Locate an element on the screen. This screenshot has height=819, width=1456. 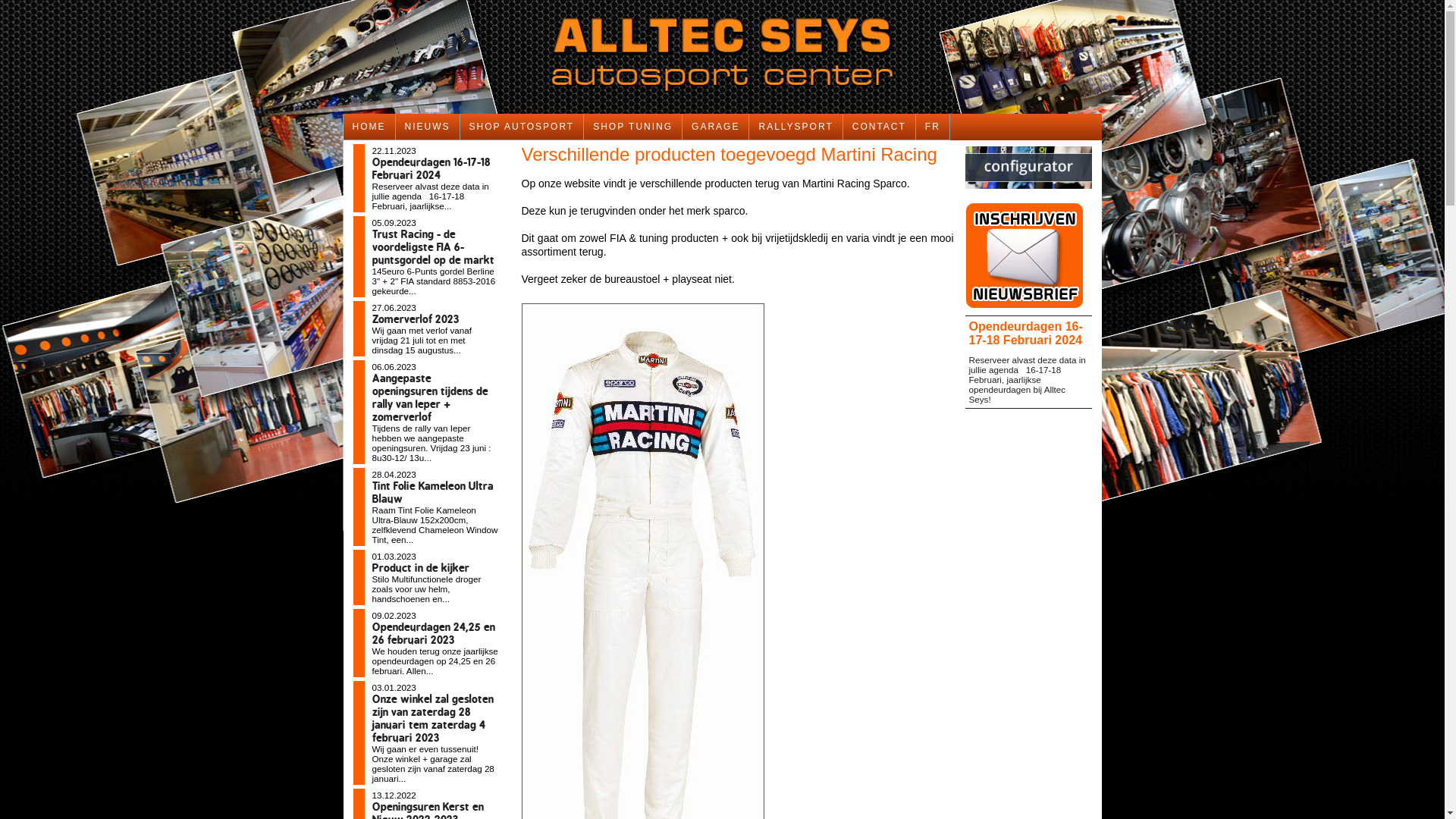
'GARAGE' is located at coordinates (715, 126).